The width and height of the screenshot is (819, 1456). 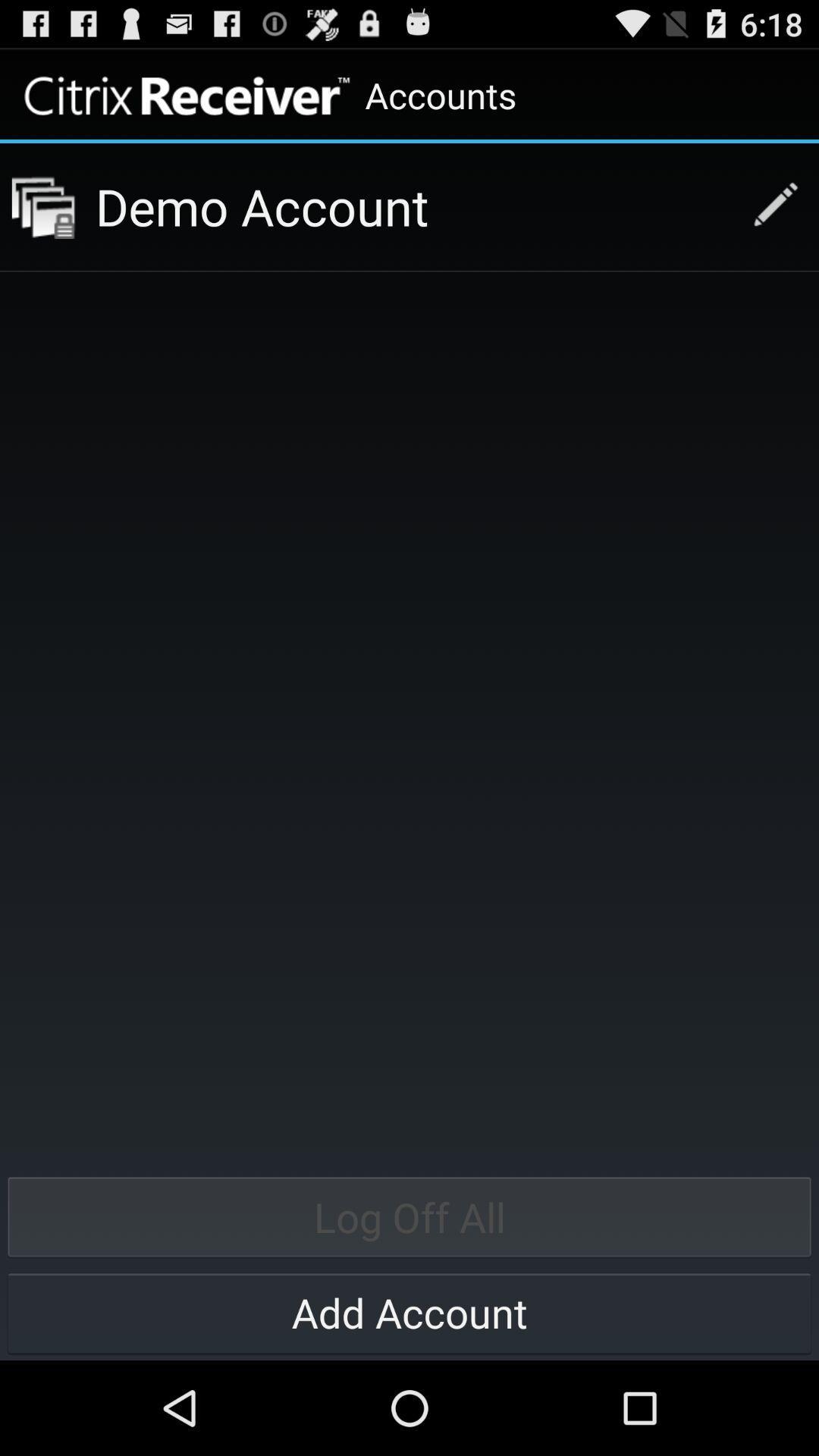 What do you see at coordinates (42, 206) in the screenshot?
I see `item to the left of demo account item` at bounding box center [42, 206].